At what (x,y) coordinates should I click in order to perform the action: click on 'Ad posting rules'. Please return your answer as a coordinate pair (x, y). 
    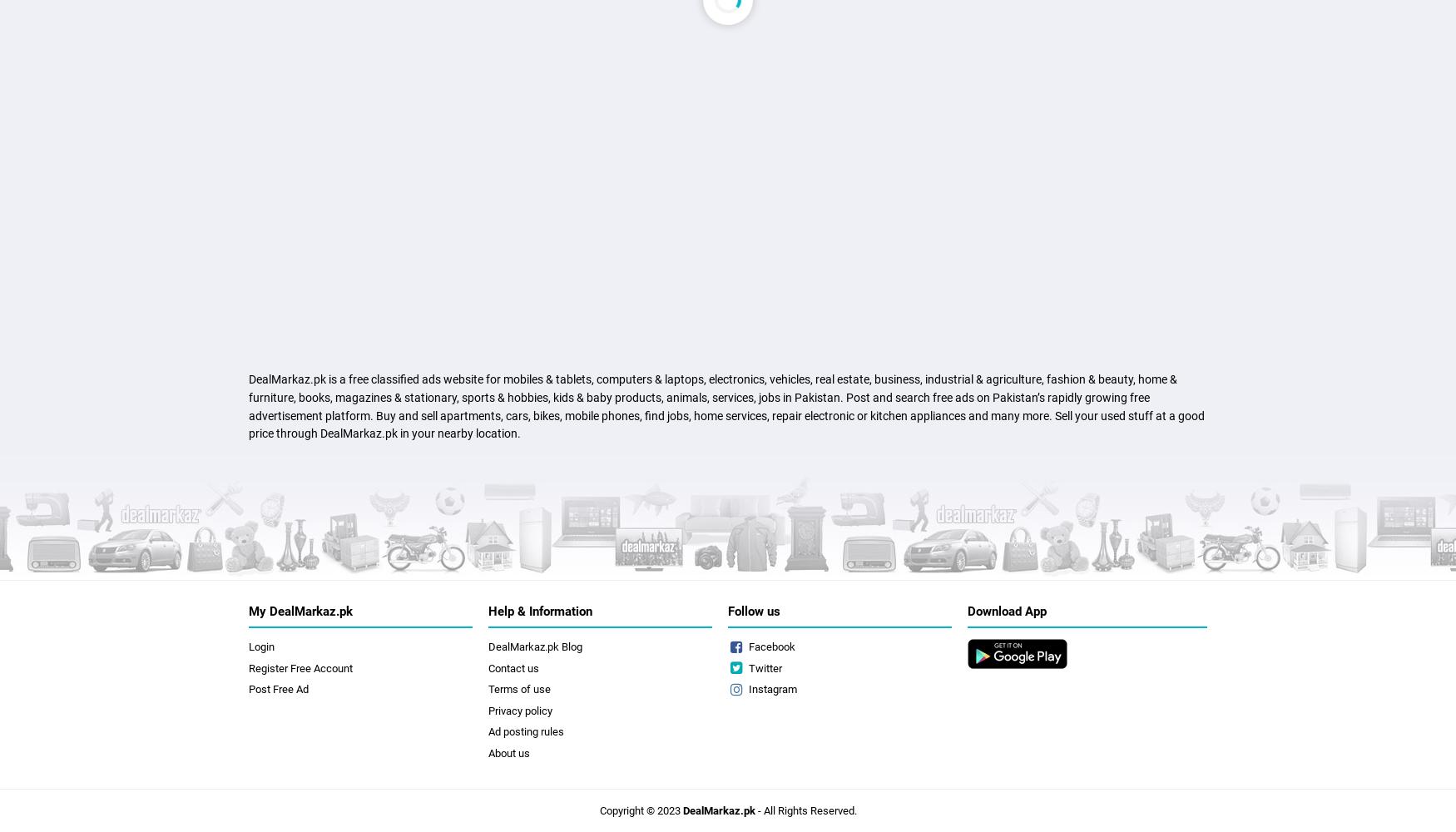
    Looking at the image, I should click on (525, 731).